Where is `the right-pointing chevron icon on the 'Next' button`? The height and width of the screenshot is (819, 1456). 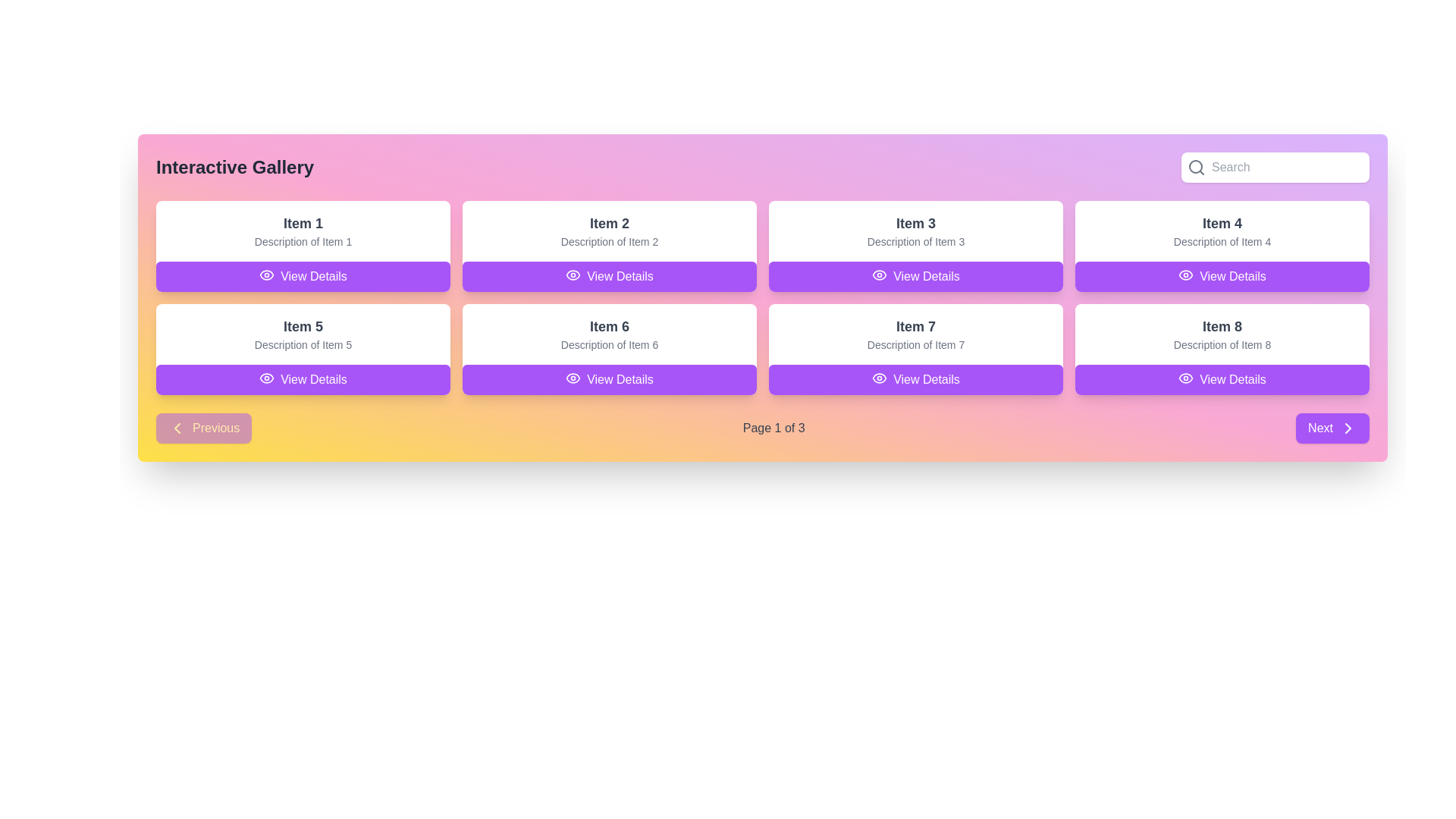
the right-pointing chevron icon on the 'Next' button is located at coordinates (1348, 428).